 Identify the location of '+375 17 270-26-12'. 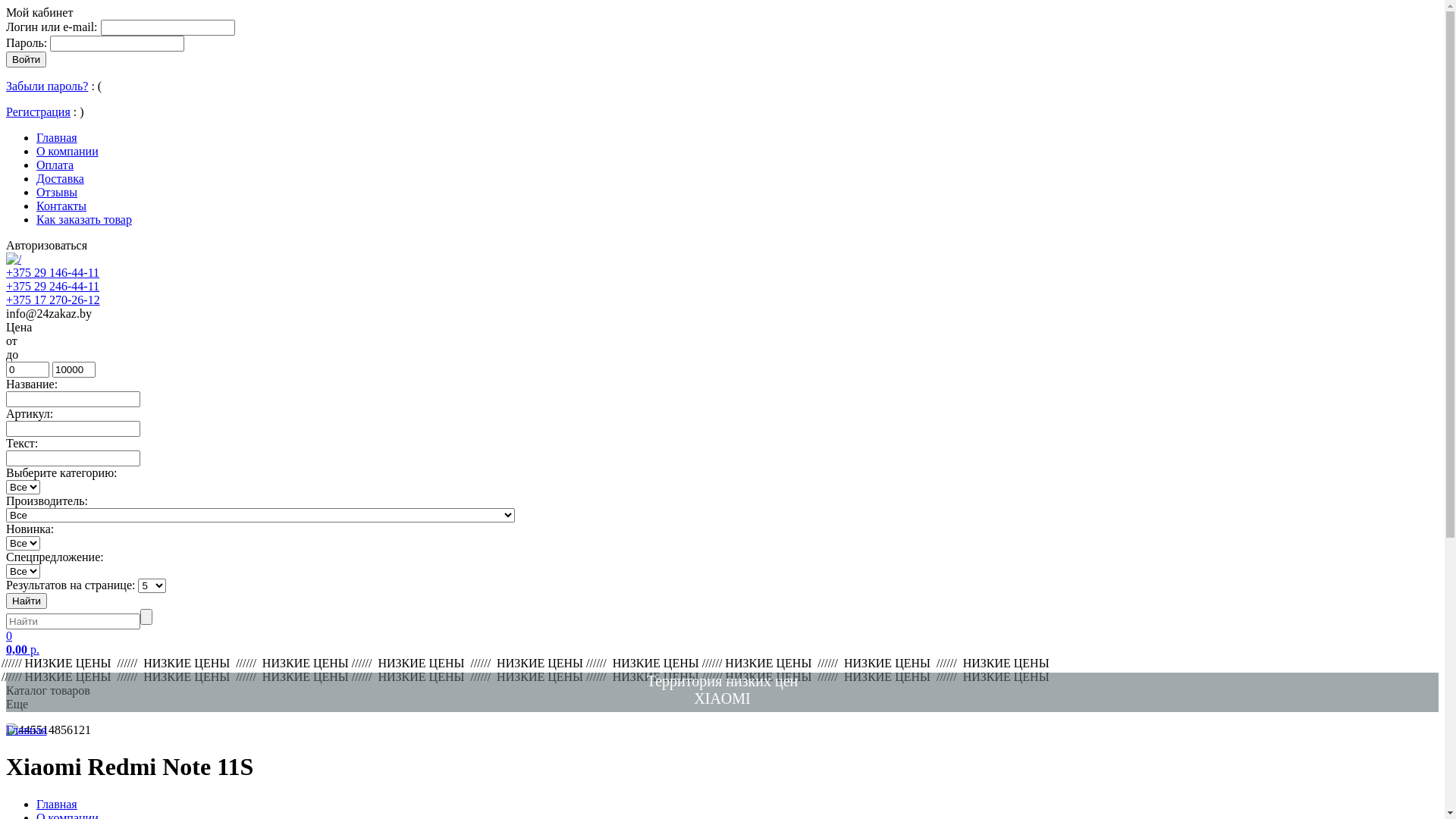
(53, 300).